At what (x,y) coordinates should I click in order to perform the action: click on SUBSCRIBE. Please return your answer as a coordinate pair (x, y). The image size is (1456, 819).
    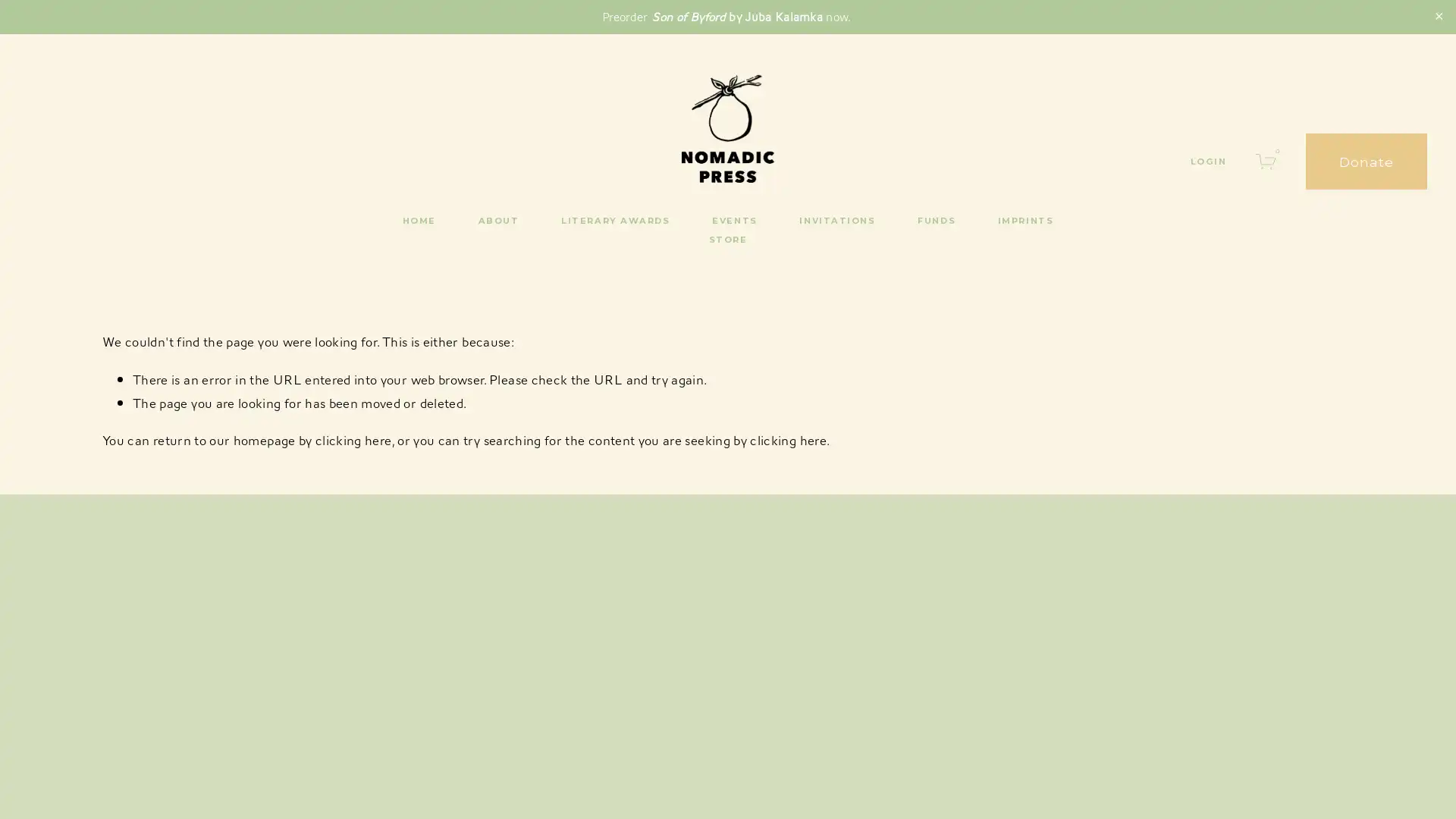
    Looking at the image, I should click on (1283, 662).